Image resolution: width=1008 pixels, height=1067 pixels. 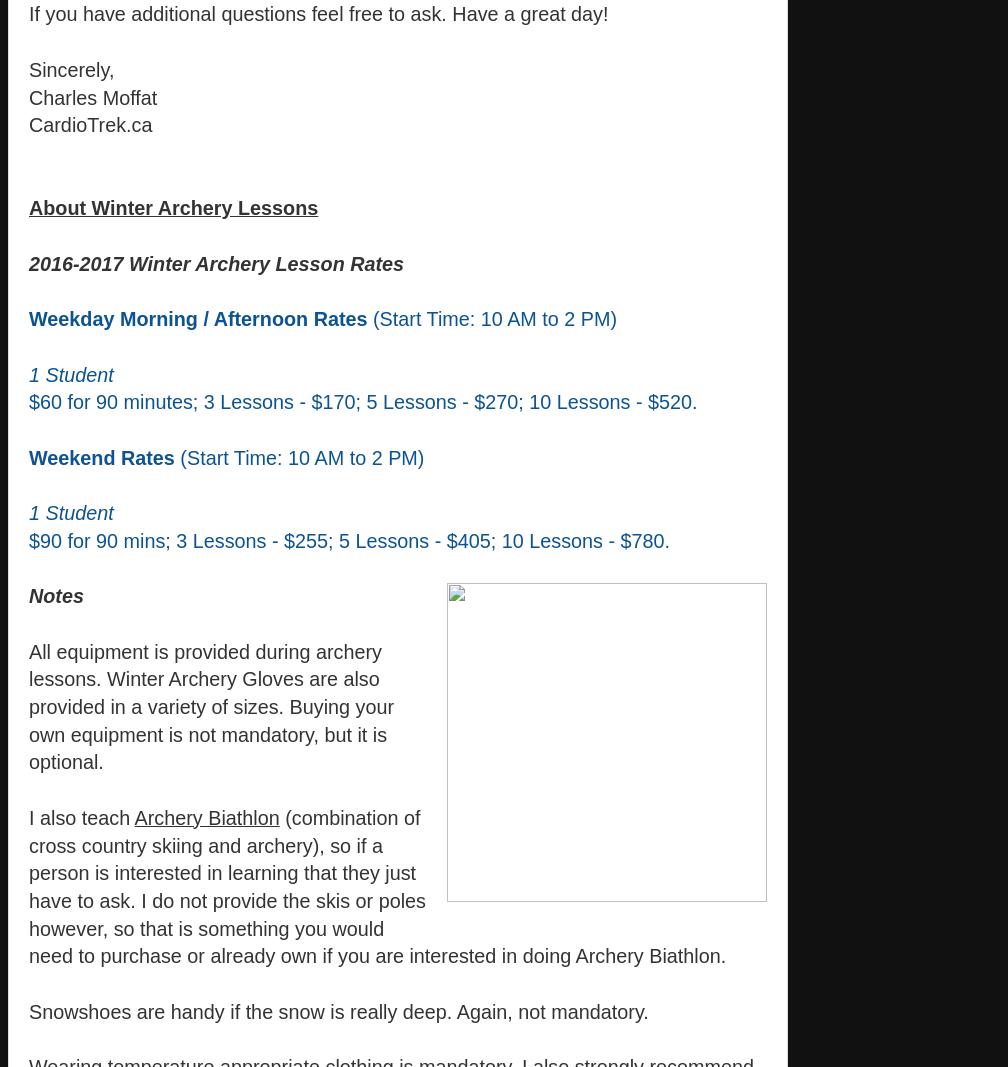 I want to click on 'Notes', so click(x=56, y=596).